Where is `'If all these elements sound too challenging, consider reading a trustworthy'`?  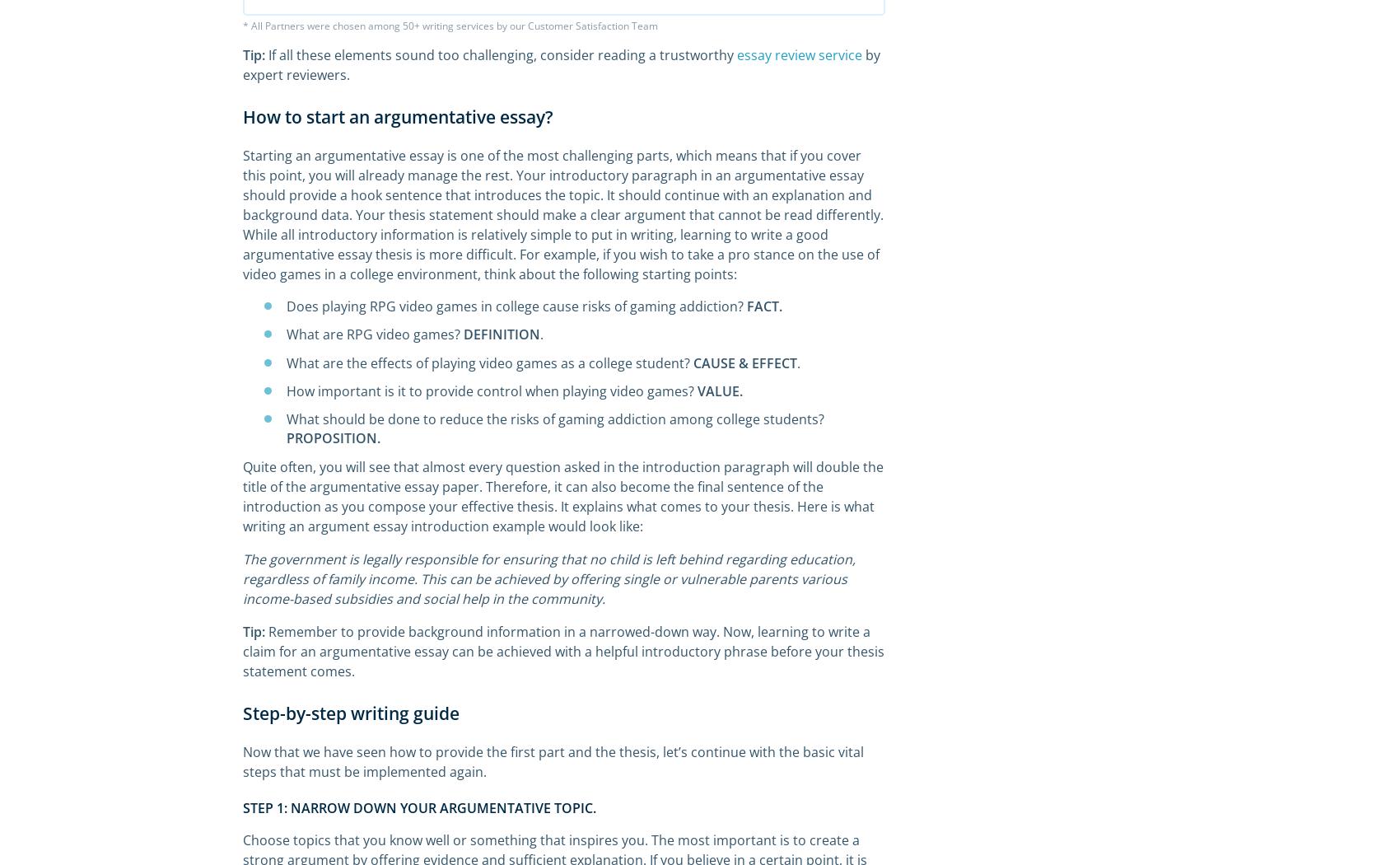 'If all these elements sound too challenging, consider reading a trustworthy' is located at coordinates (500, 54).